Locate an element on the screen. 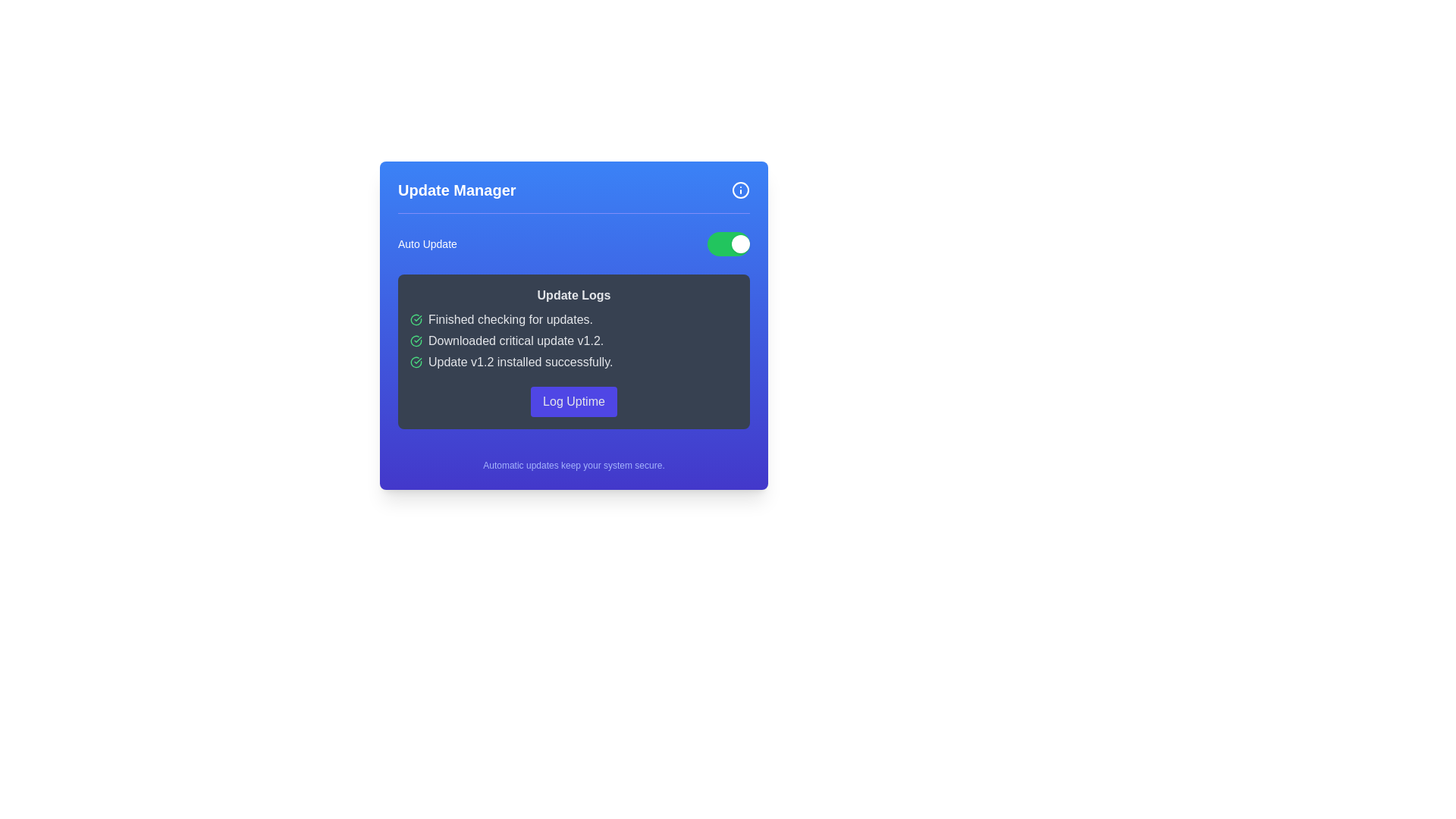 This screenshot has width=1456, height=819. the text log display in the 'Update Logs' section, which shows entries about updates with checkmark icons is located at coordinates (573, 341).